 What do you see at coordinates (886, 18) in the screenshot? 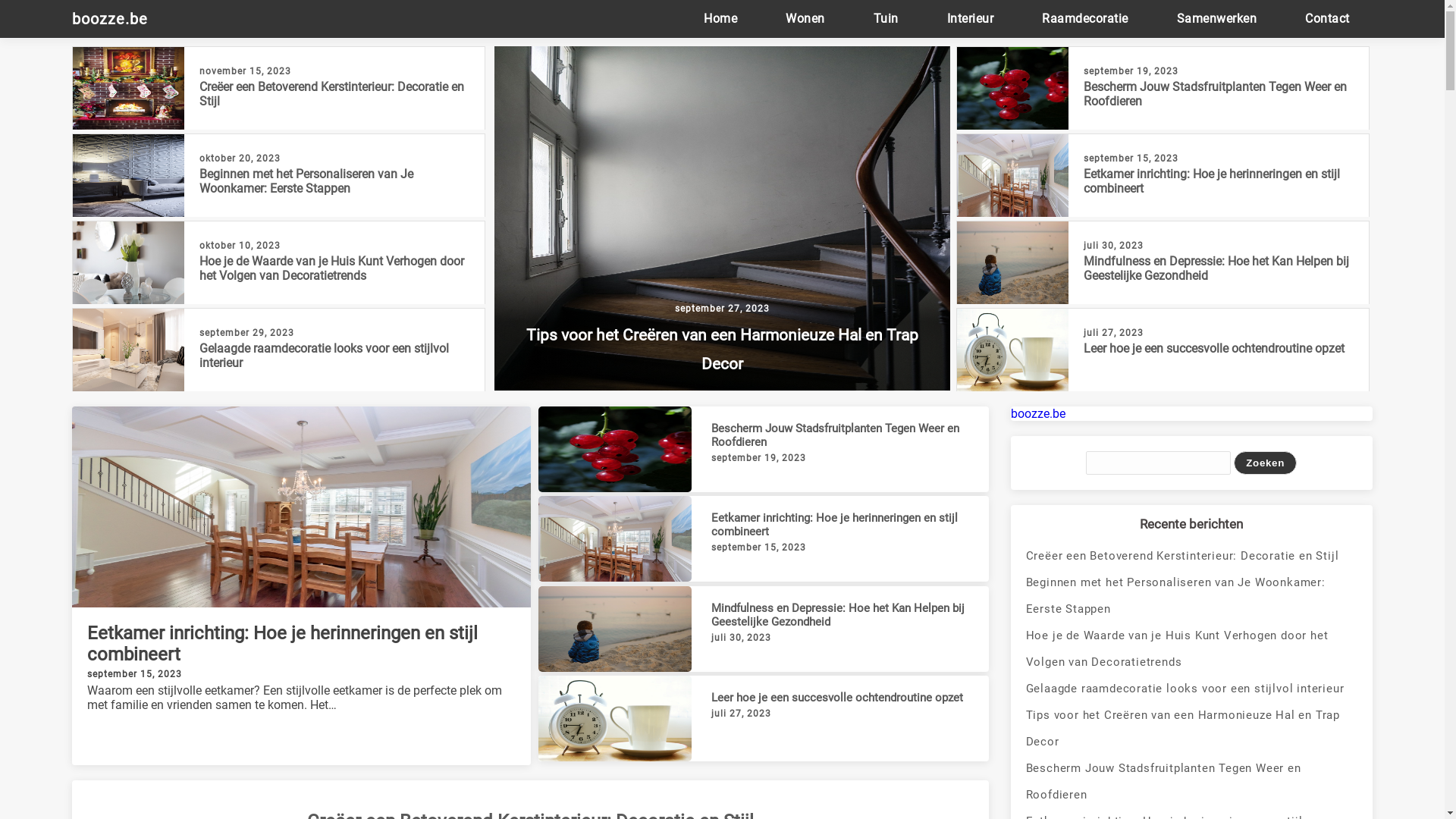
I see `'Tuin'` at bounding box center [886, 18].